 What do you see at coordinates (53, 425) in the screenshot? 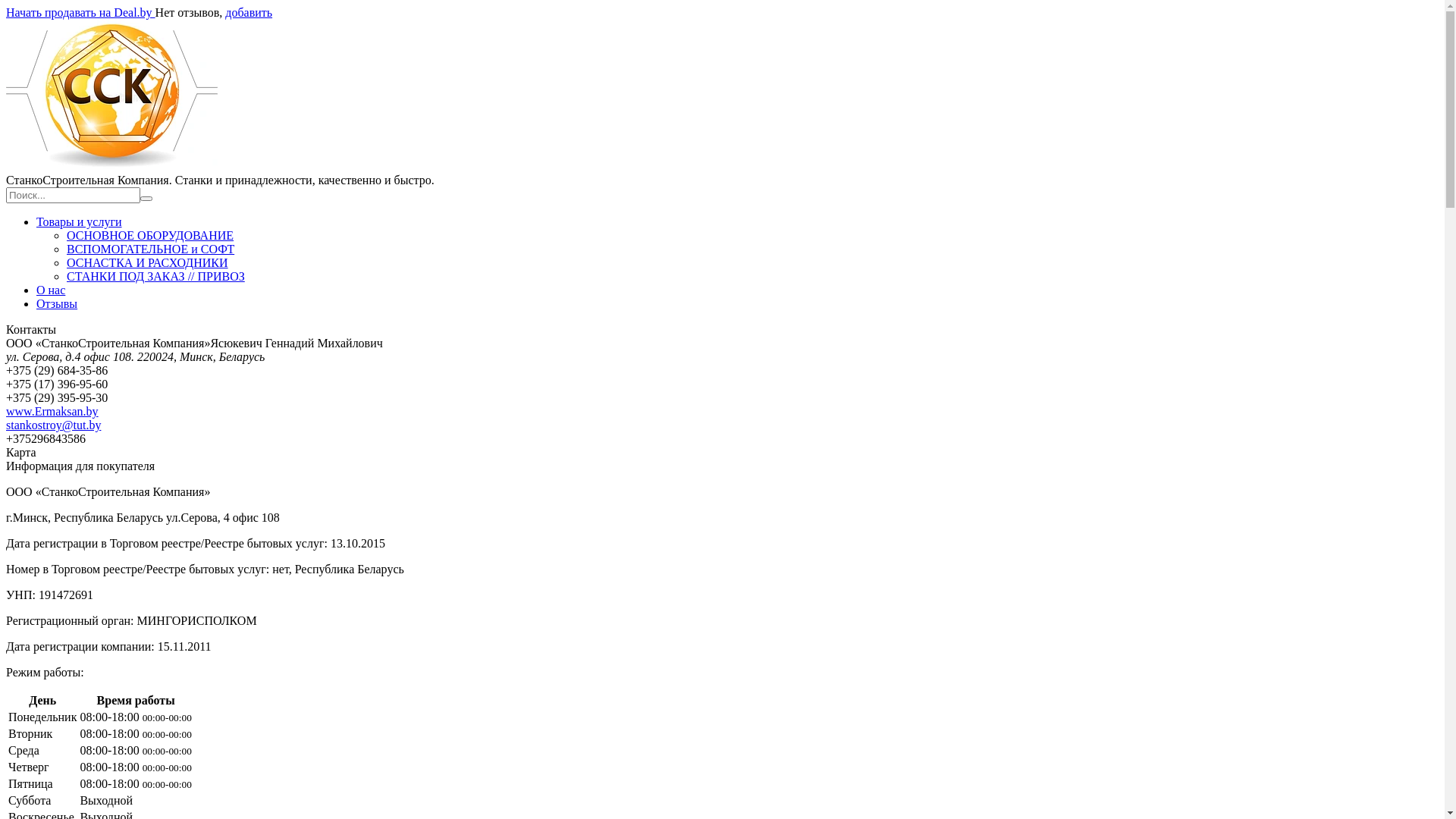
I see `'stankostroy@tut.by'` at bounding box center [53, 425].